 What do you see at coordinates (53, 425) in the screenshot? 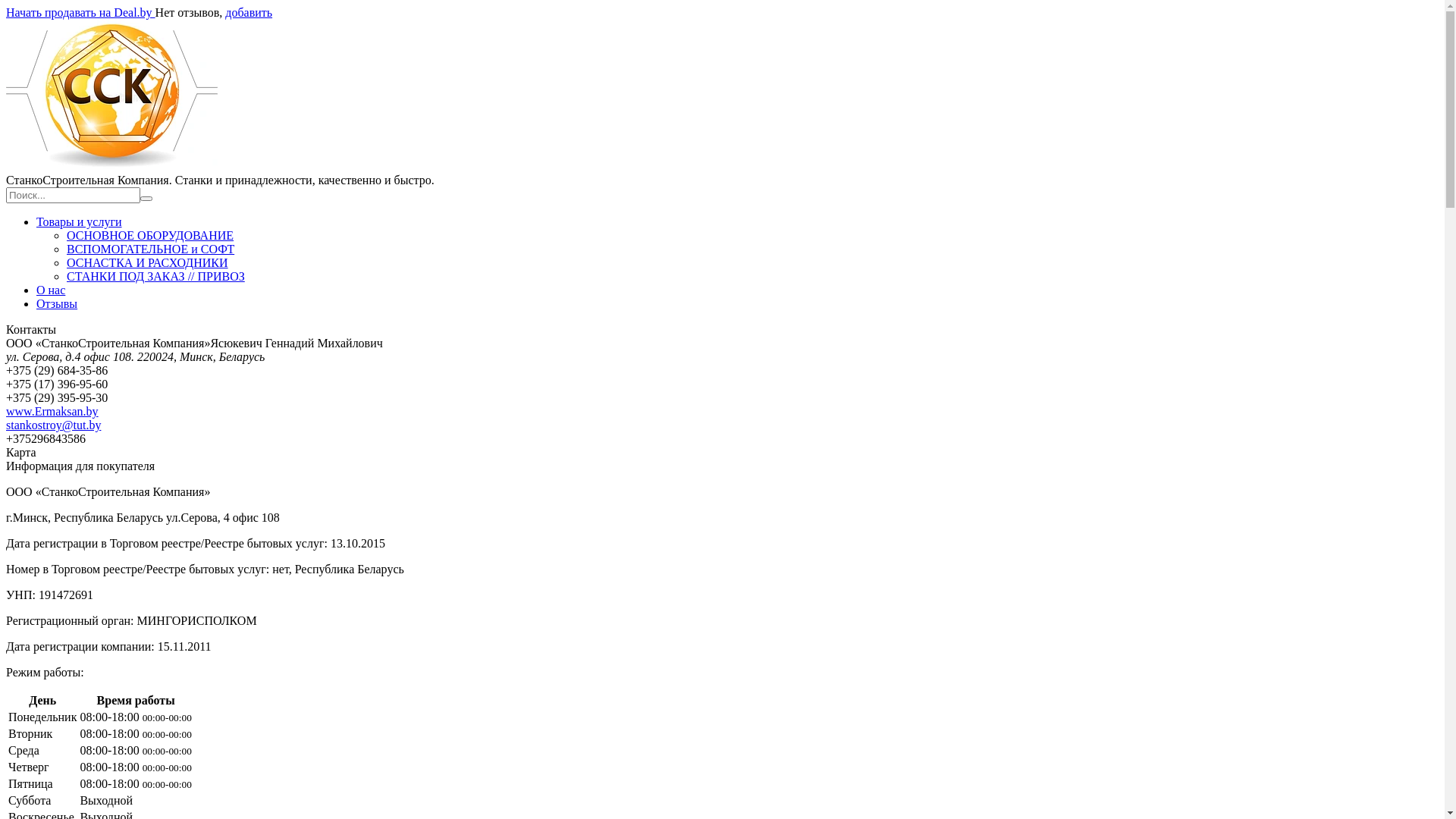
I see `'stankostroy@tut.by'` at bounding box center [53, 425].